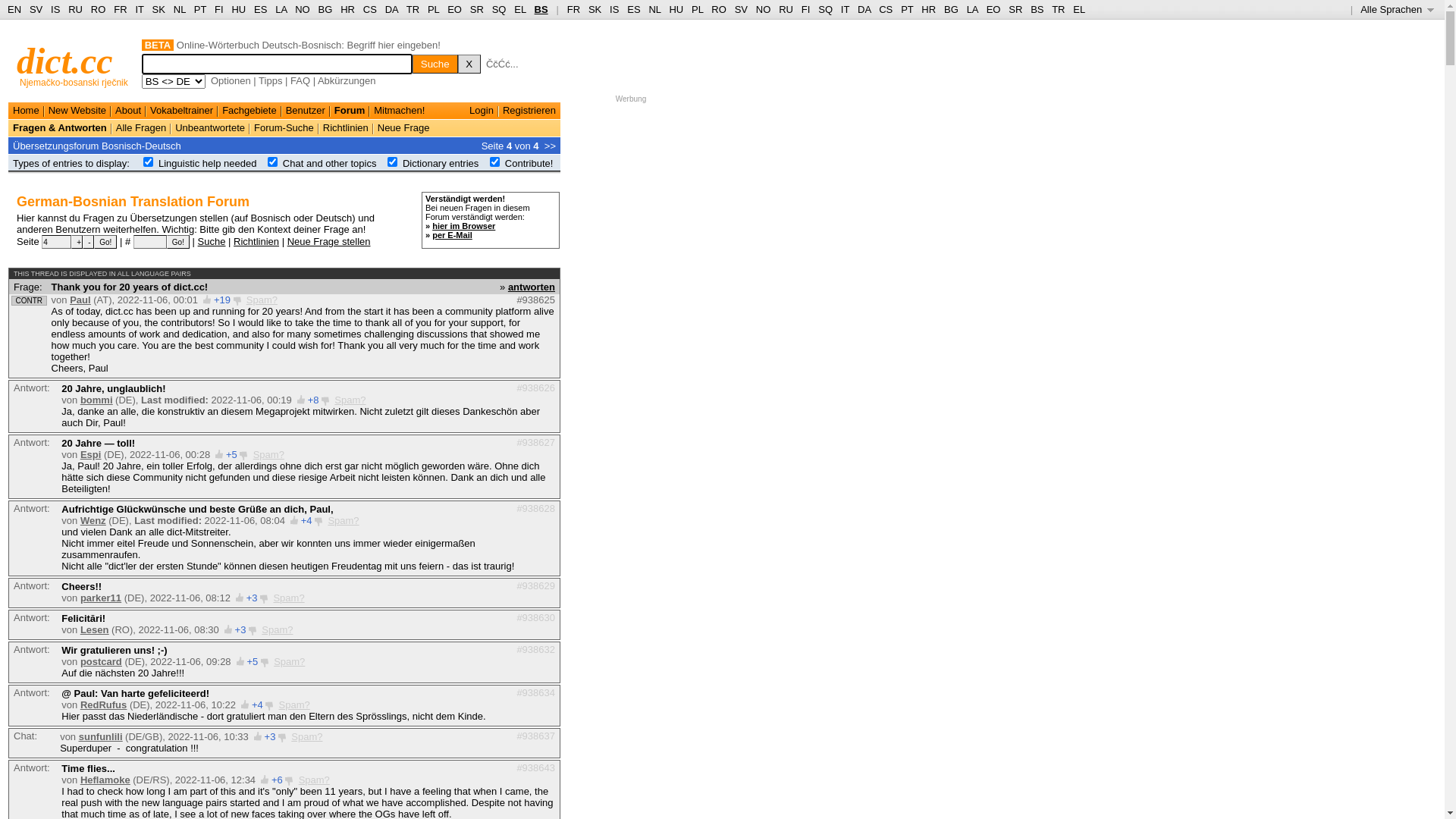 The image size is (1456, 819). Describe the element at coordinates (181, 109) in the screenshot. I see `'Vokabeltrainer'` at that location.